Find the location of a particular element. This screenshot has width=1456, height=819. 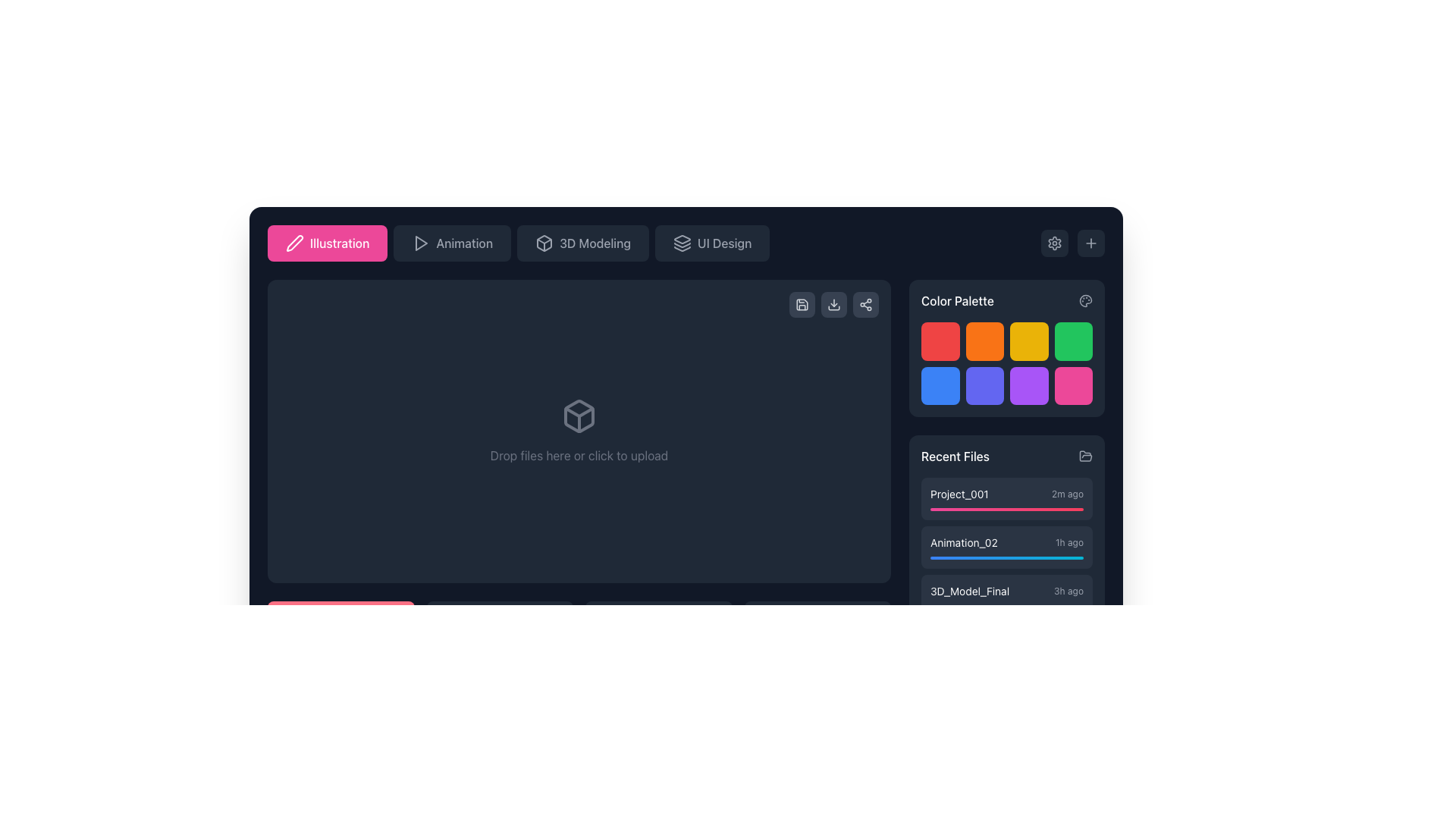

the second item is located at coordinates (1007, 547).